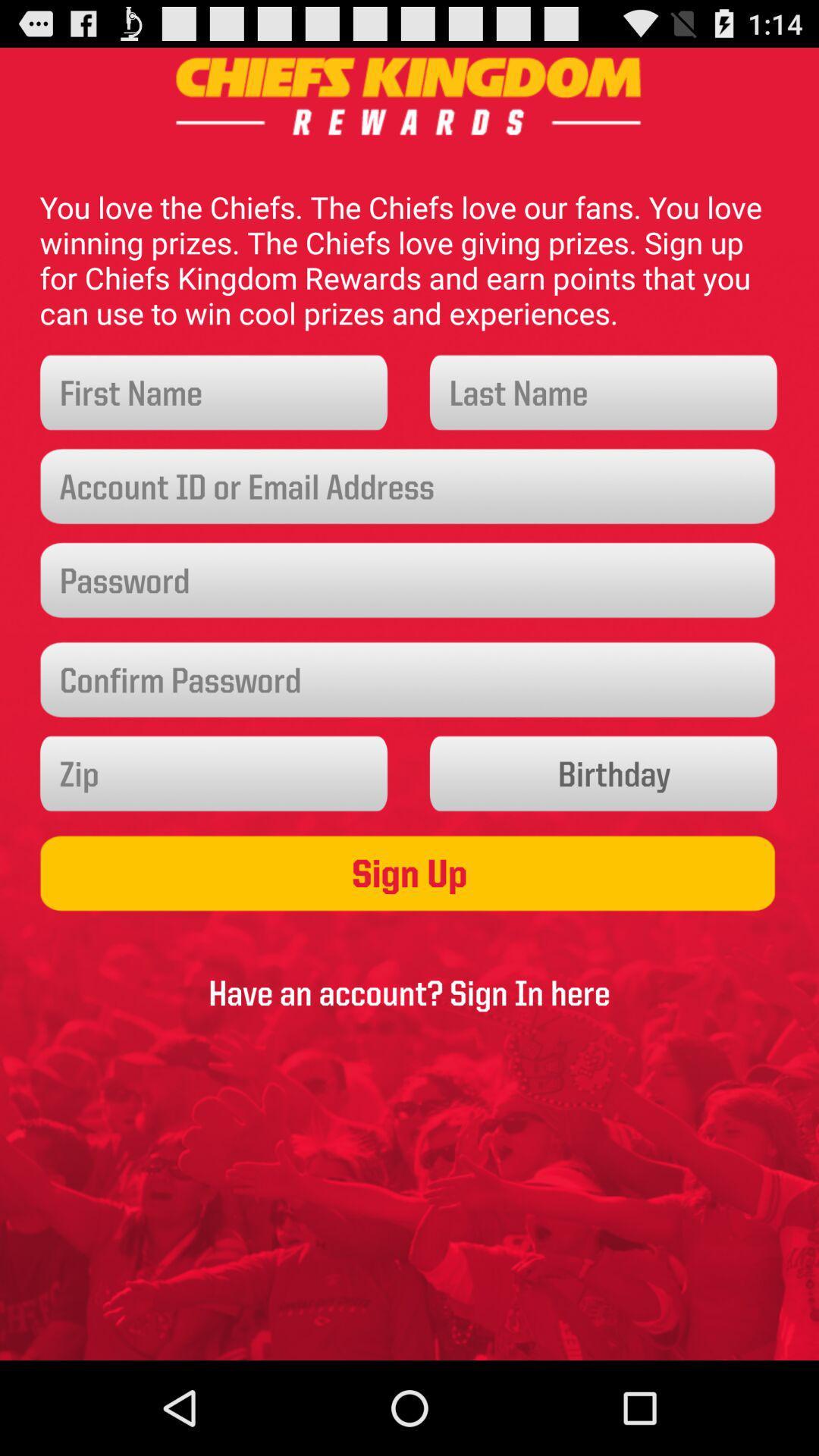 The image size is (819, 1456). What do you see at coordinates (409, 579) in the screenshot?
I see `type password` at bounding box center [409, 579].